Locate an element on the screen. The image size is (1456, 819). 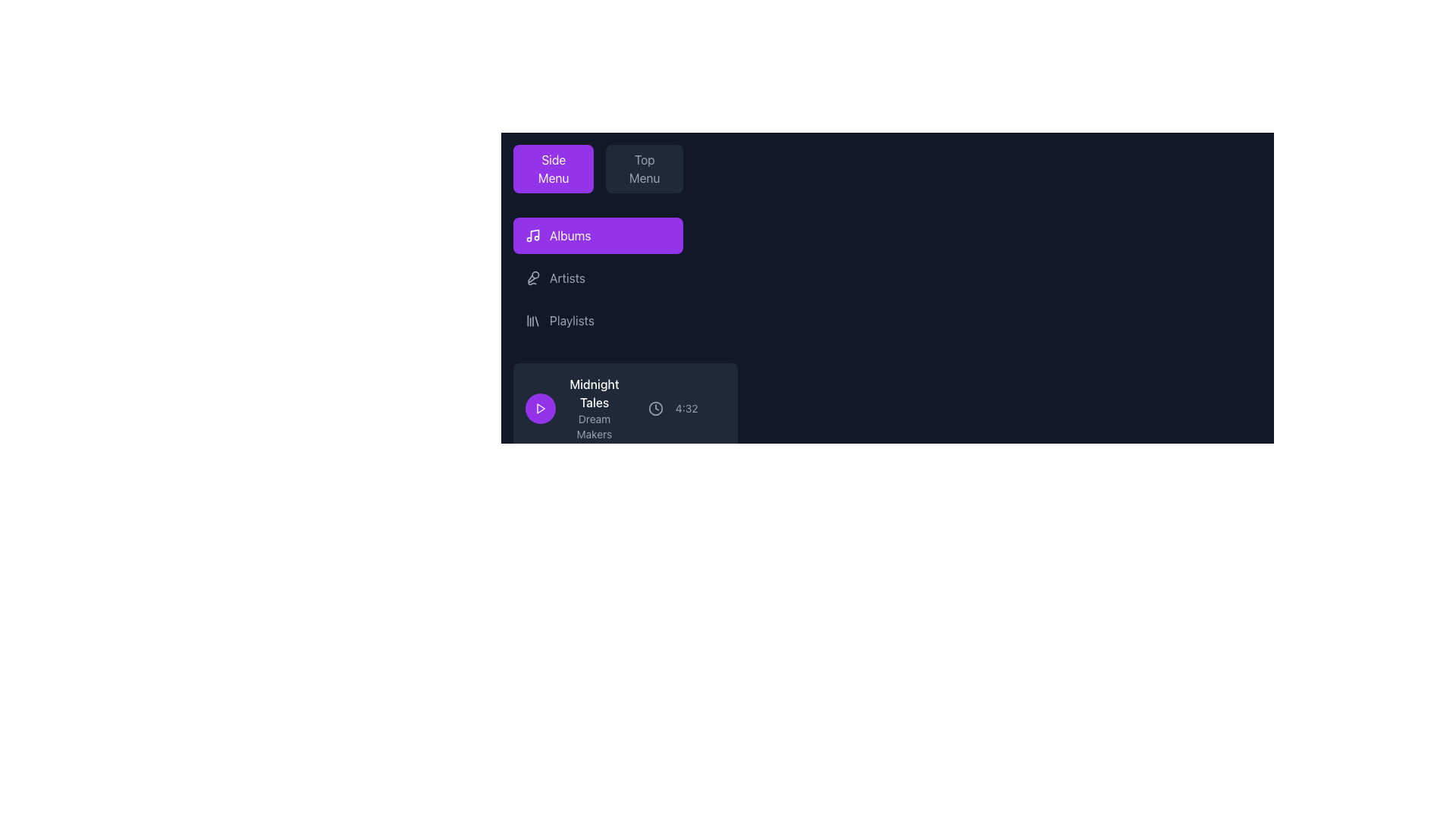
the text label in the purple rectangular menu component that navigates to the Albums section of the application is located at coordinates (570, 236).